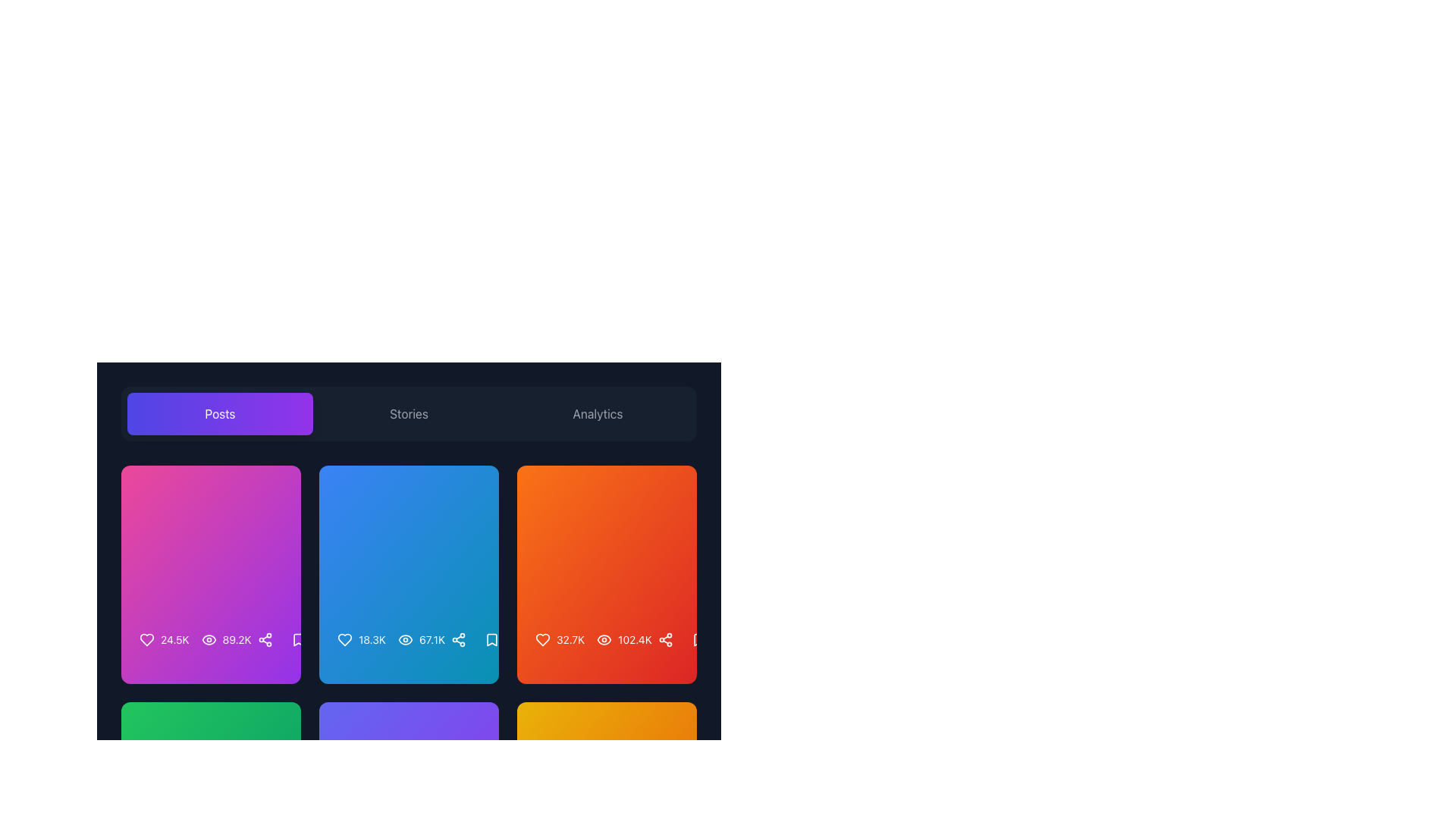  What do you see at coordinates (570, 640) in the screenshot?
I see `the displayed count value of the text label showing '32.7K', which is located at the bottom-right side of an orange card component` at bounding box center [570, 640].